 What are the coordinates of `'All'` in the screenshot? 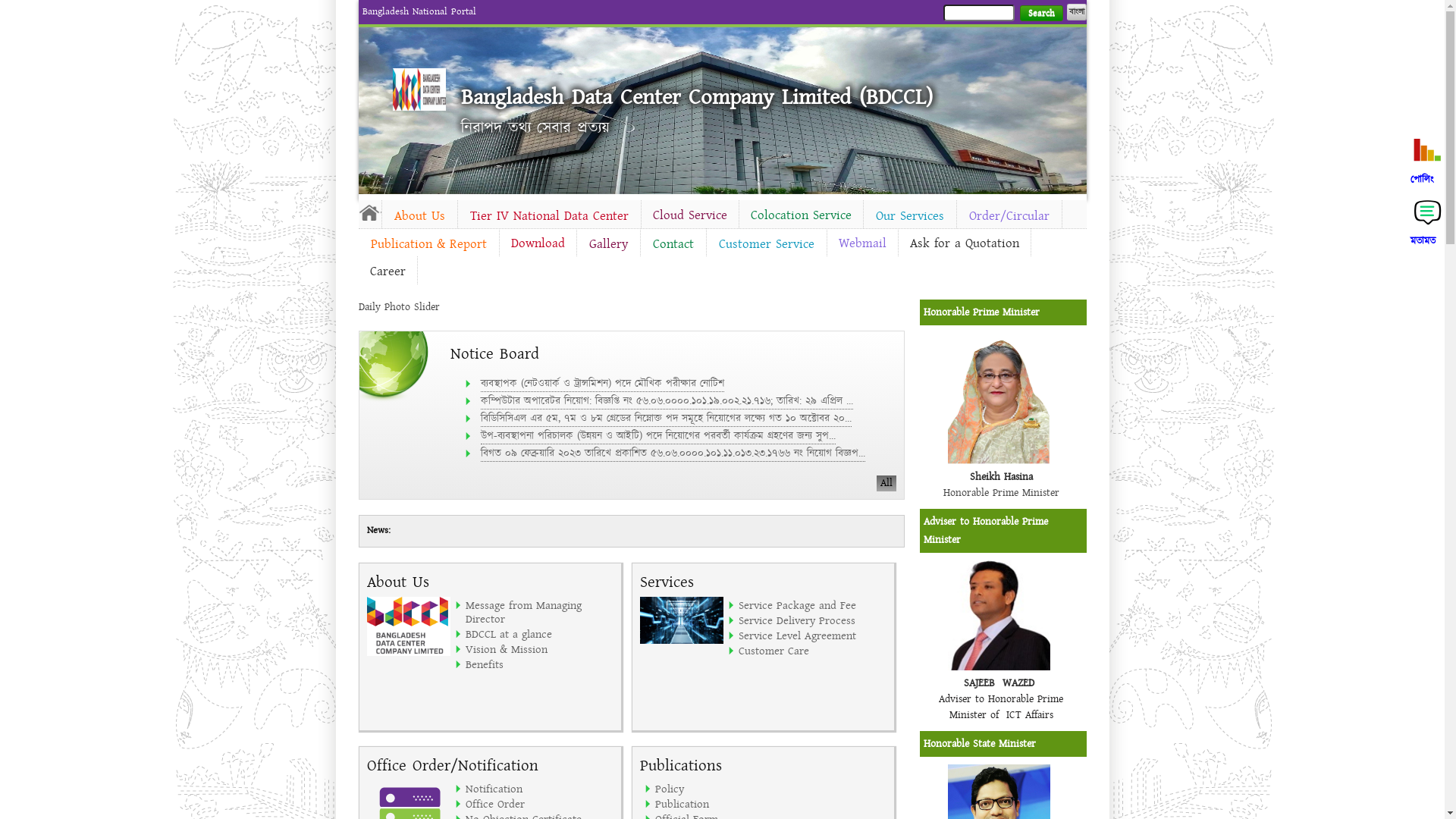 It's located at (877, 483).